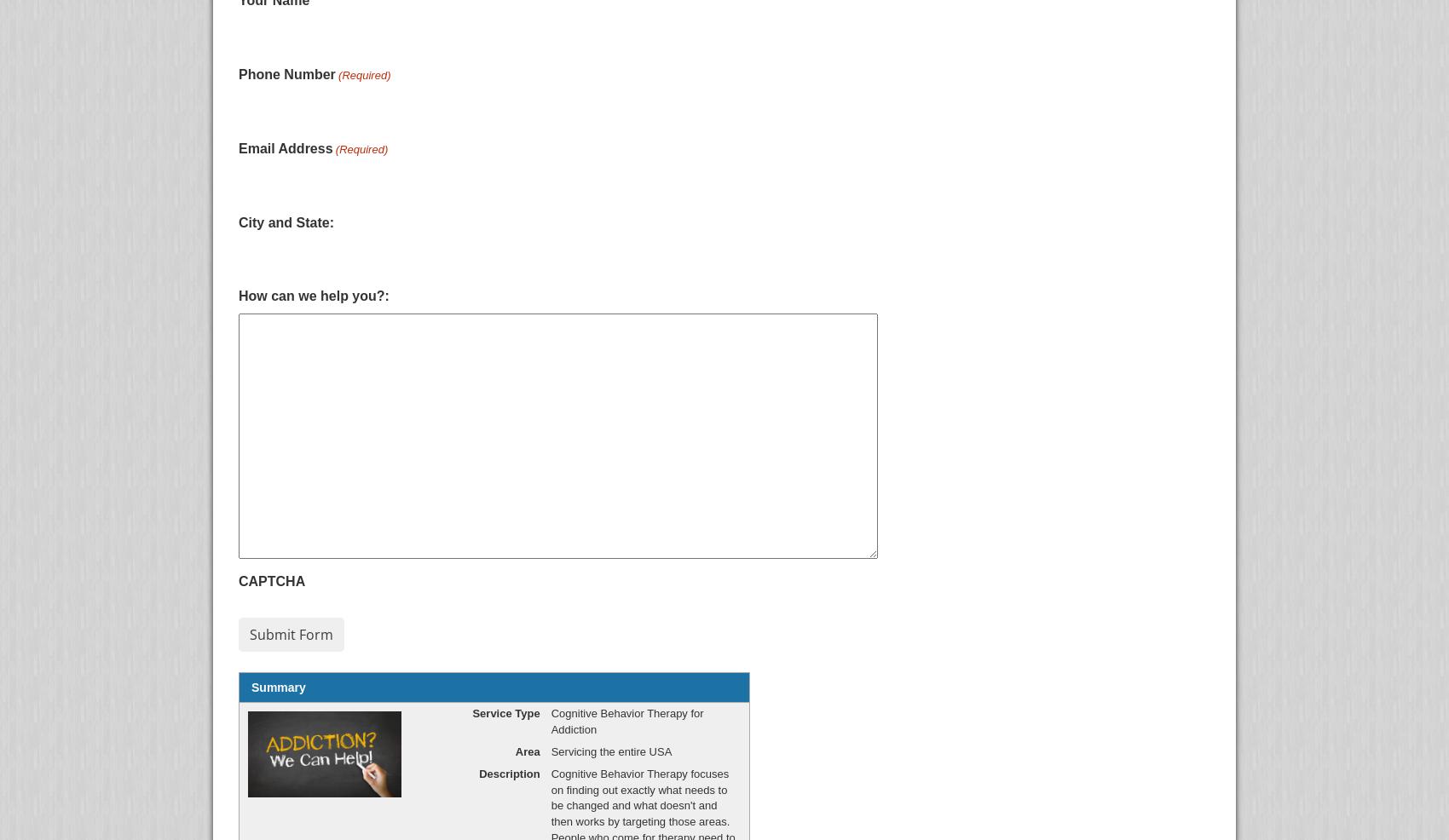  Describe the element at coordinates (611, 750) in the screenshot. I see `'Servicing the entire USA'` at that location.